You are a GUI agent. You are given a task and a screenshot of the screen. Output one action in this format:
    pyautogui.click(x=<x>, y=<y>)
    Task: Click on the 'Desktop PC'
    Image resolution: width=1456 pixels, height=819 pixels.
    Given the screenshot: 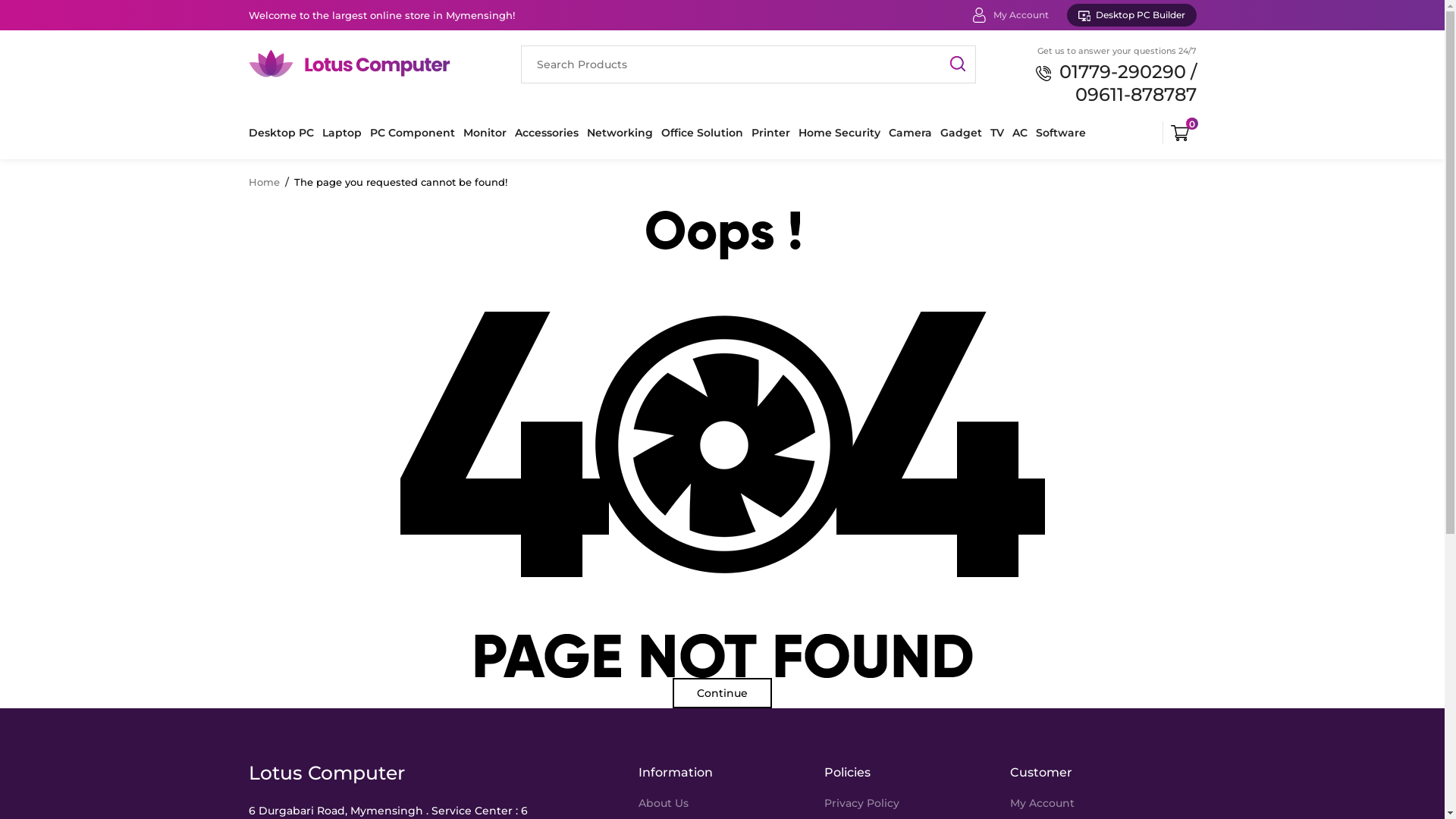 What is the action you would take?
    pyautogui.click(x=281, y=131)
    